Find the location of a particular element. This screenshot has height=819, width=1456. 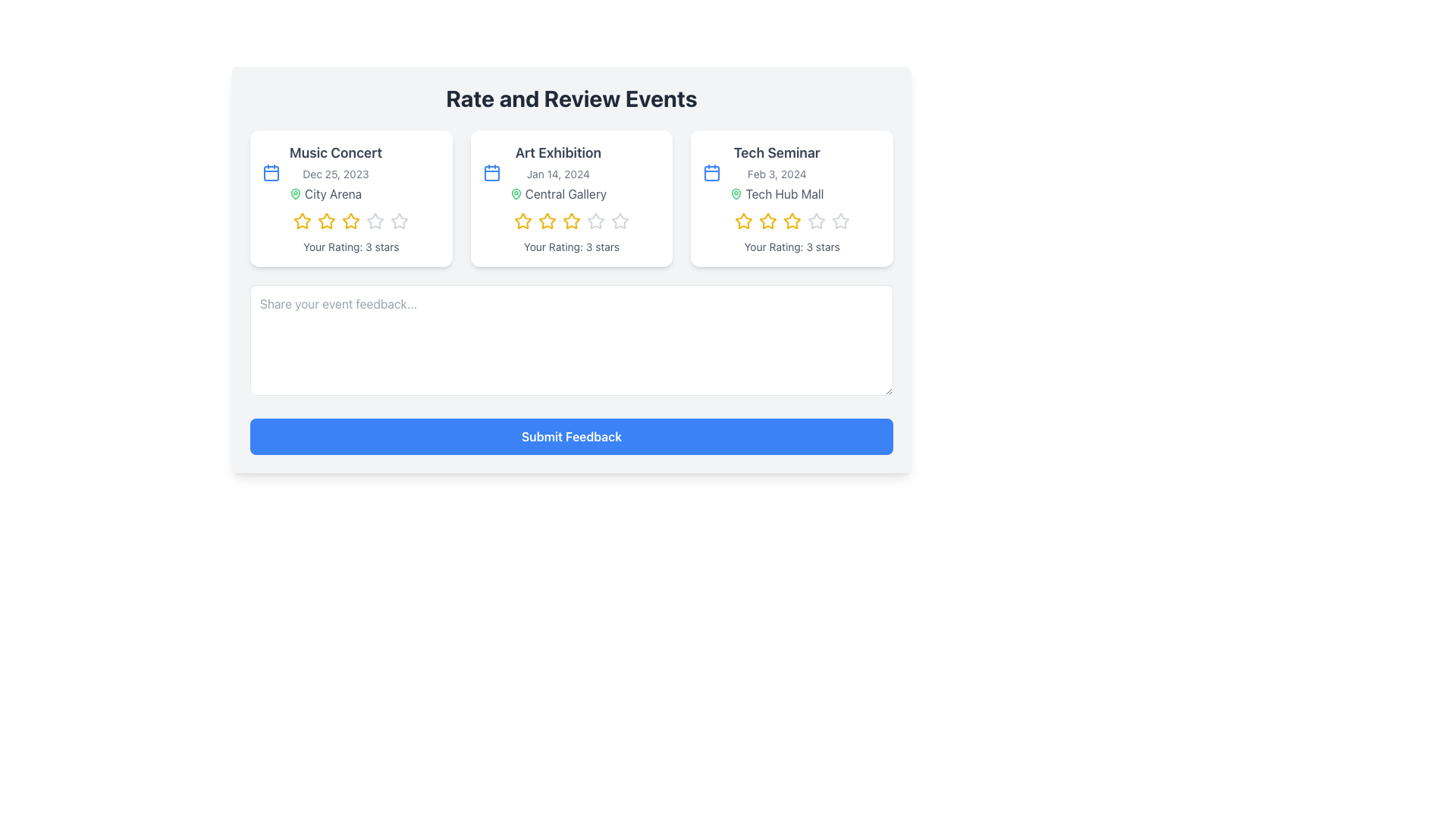

the blue calendar icon located to the left of 'Feb 3, 2024' text in the 'Tech Seminar' column of the 'Rate and Review Events' section is located at coordinates (711, 171).